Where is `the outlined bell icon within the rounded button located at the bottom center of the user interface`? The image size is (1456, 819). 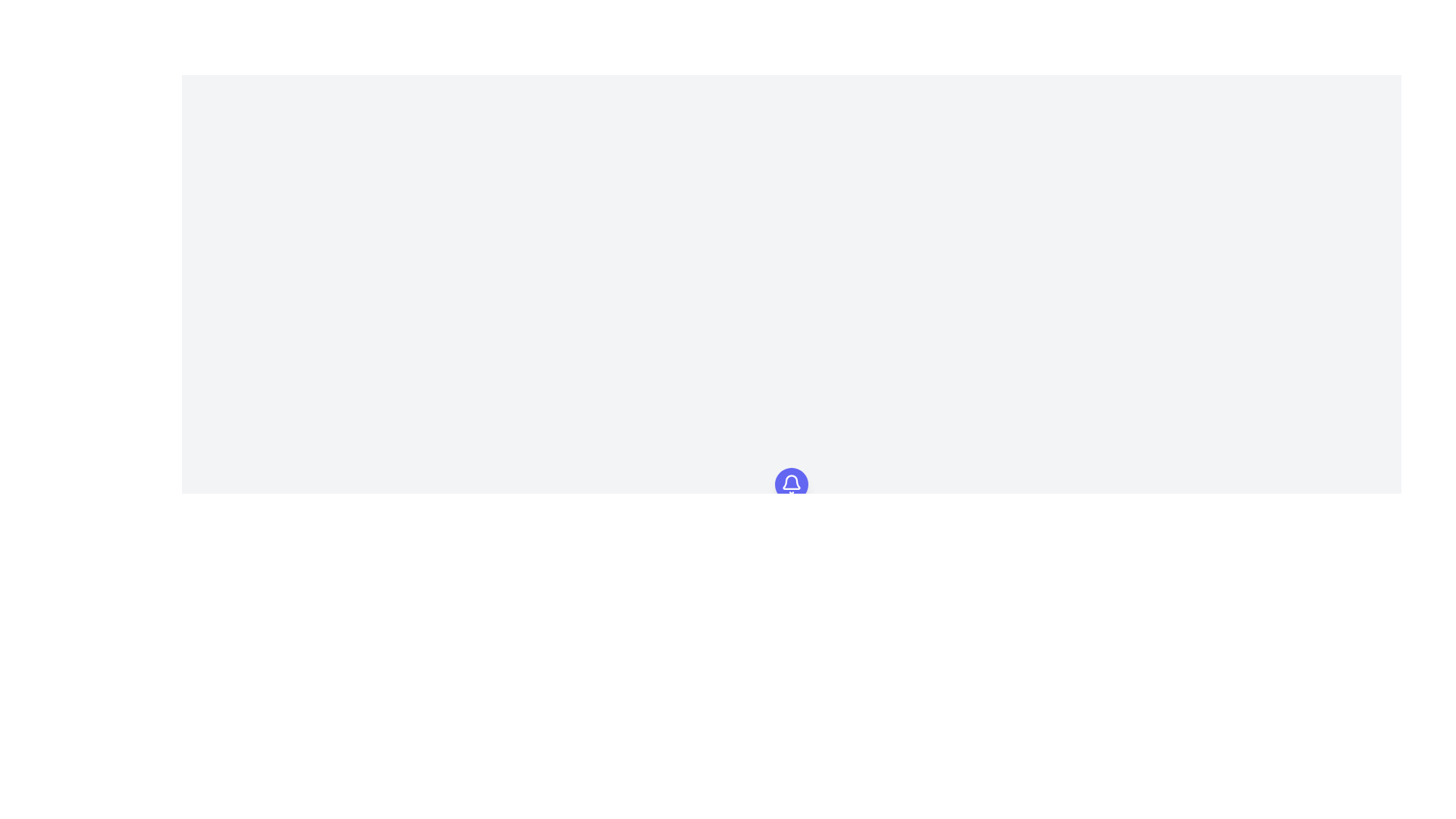 the outlined bell icon within the rounded button located at the bottom center of the user interface is located at coordinates (790, 485).